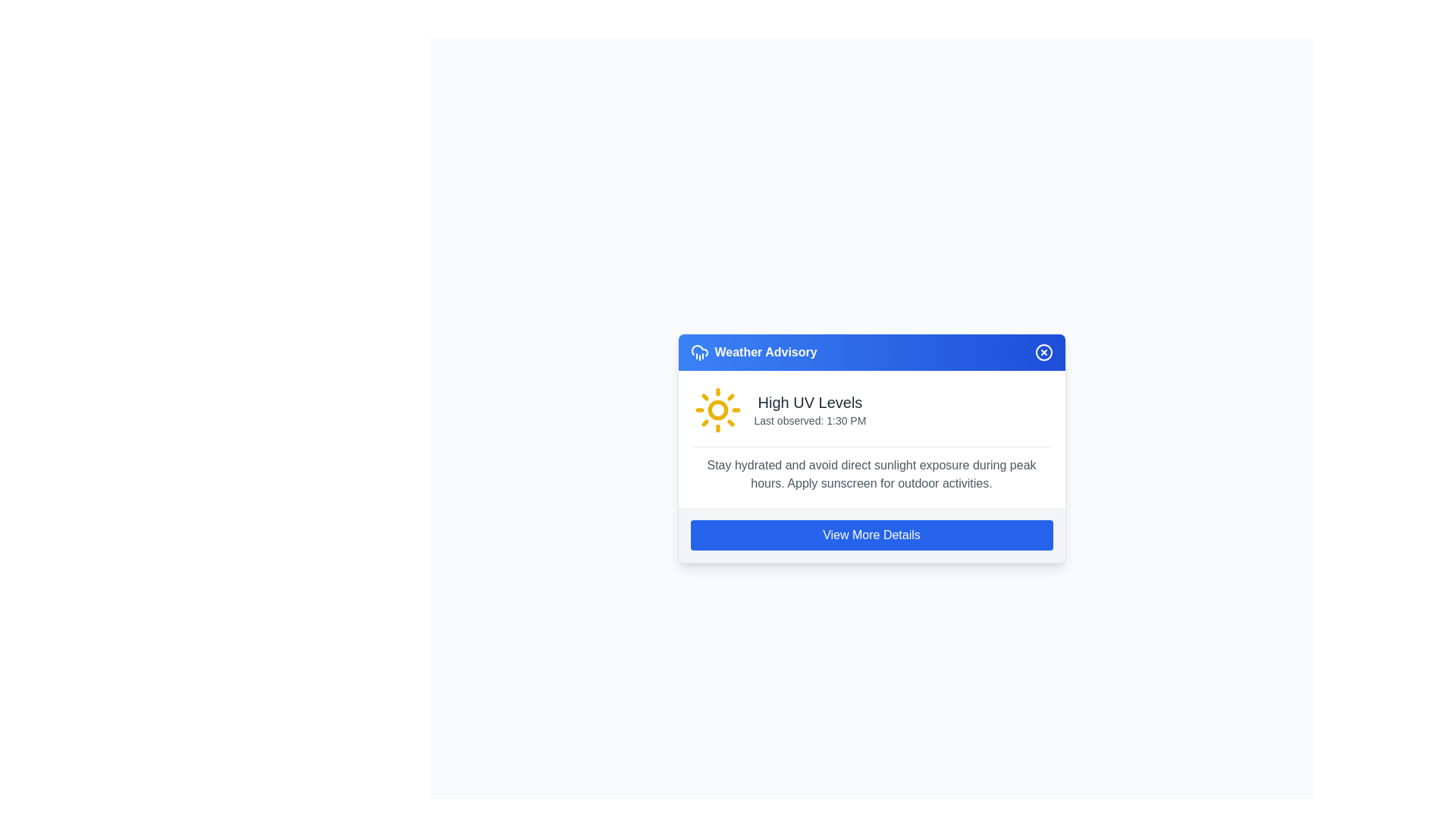  Describe the element at coordinates (717, 409) in the screenshot. I see `the central circle of the sun icon in the weather advisory dialog box that represents the sun's core and emphasizes the UV level alert` at that location.